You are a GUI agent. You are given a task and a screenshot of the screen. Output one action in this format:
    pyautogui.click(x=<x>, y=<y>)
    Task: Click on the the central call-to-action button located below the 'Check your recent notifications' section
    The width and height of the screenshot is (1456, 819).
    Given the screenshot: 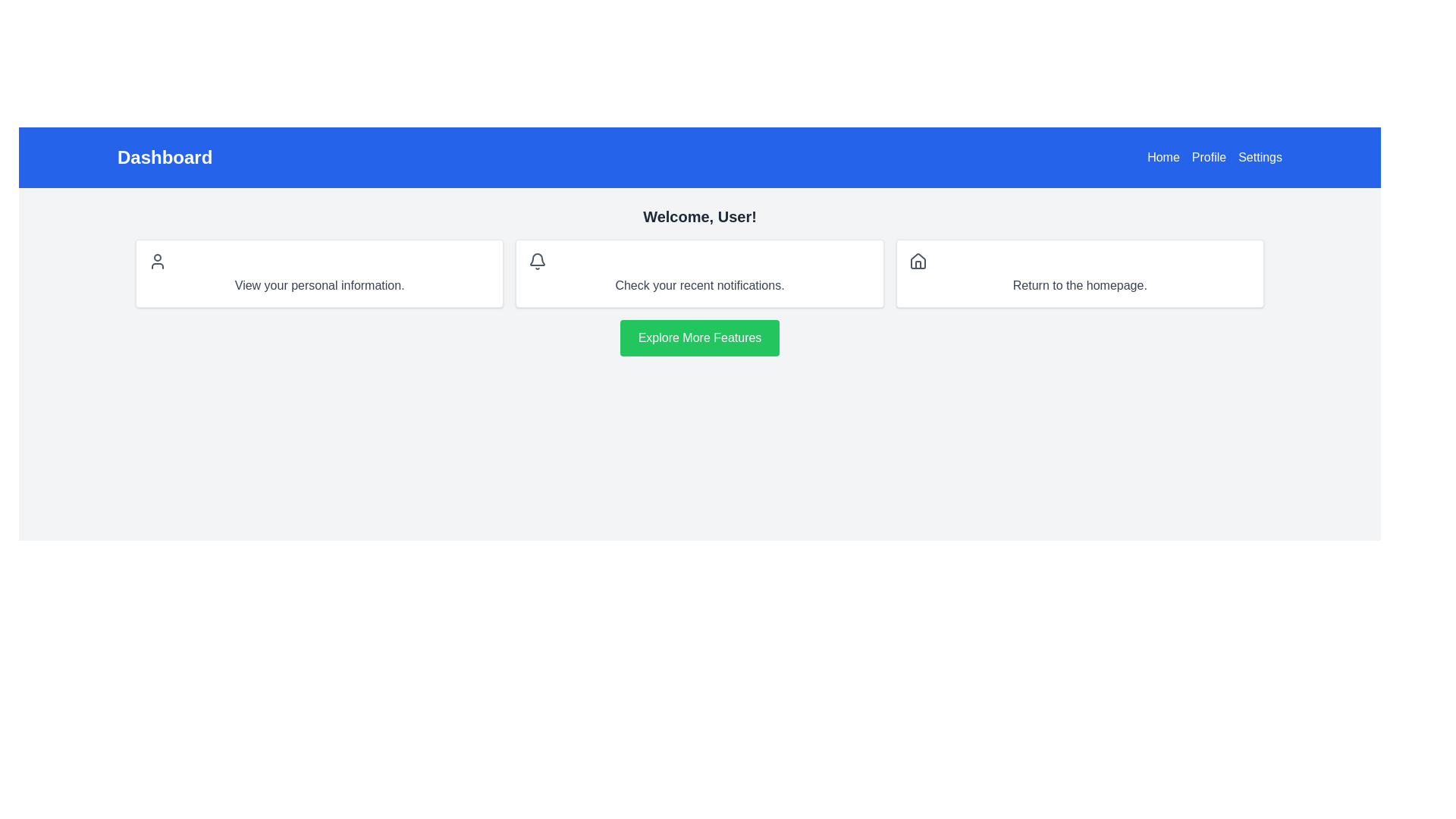 What is the action you would take?
    pyautogui.click(x=698, y=337)
    